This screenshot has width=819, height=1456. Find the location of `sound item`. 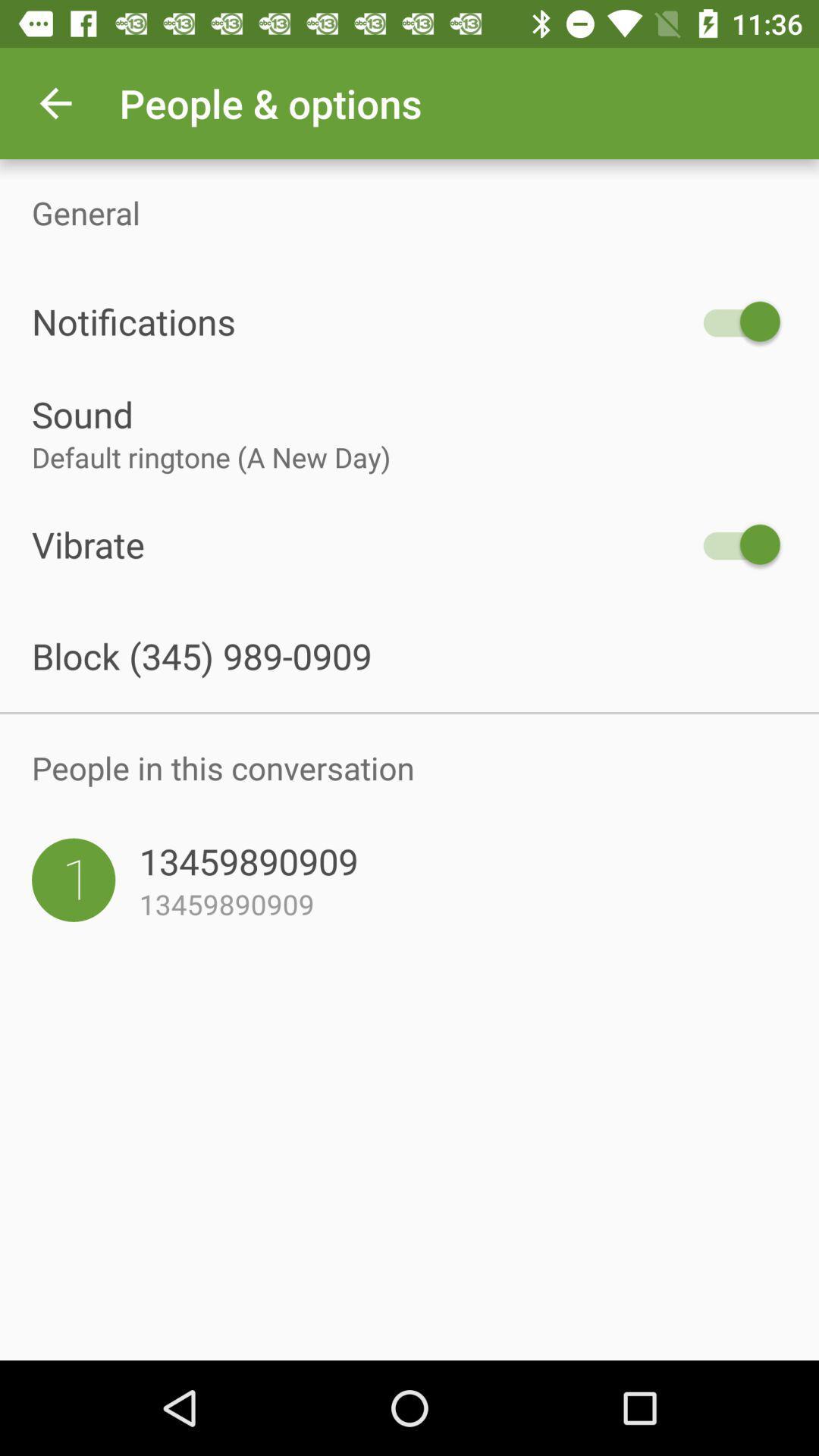

sound item is located at coordinates (409, 414).